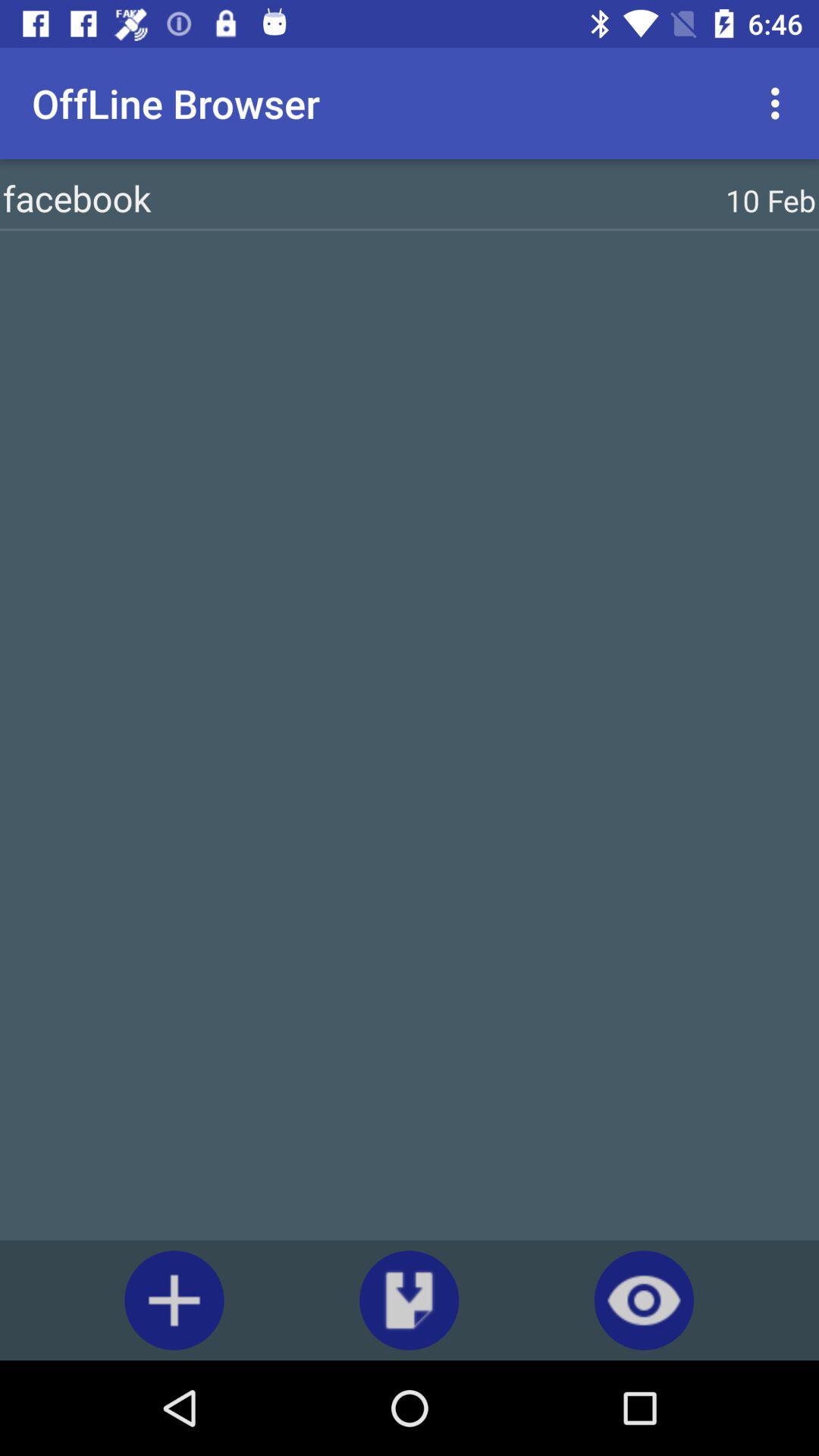 This screenshot has height=1456, width=819. Describe the element at coordinates (408, 1299) in the screenshot. I see `the file_download icon` at that location.